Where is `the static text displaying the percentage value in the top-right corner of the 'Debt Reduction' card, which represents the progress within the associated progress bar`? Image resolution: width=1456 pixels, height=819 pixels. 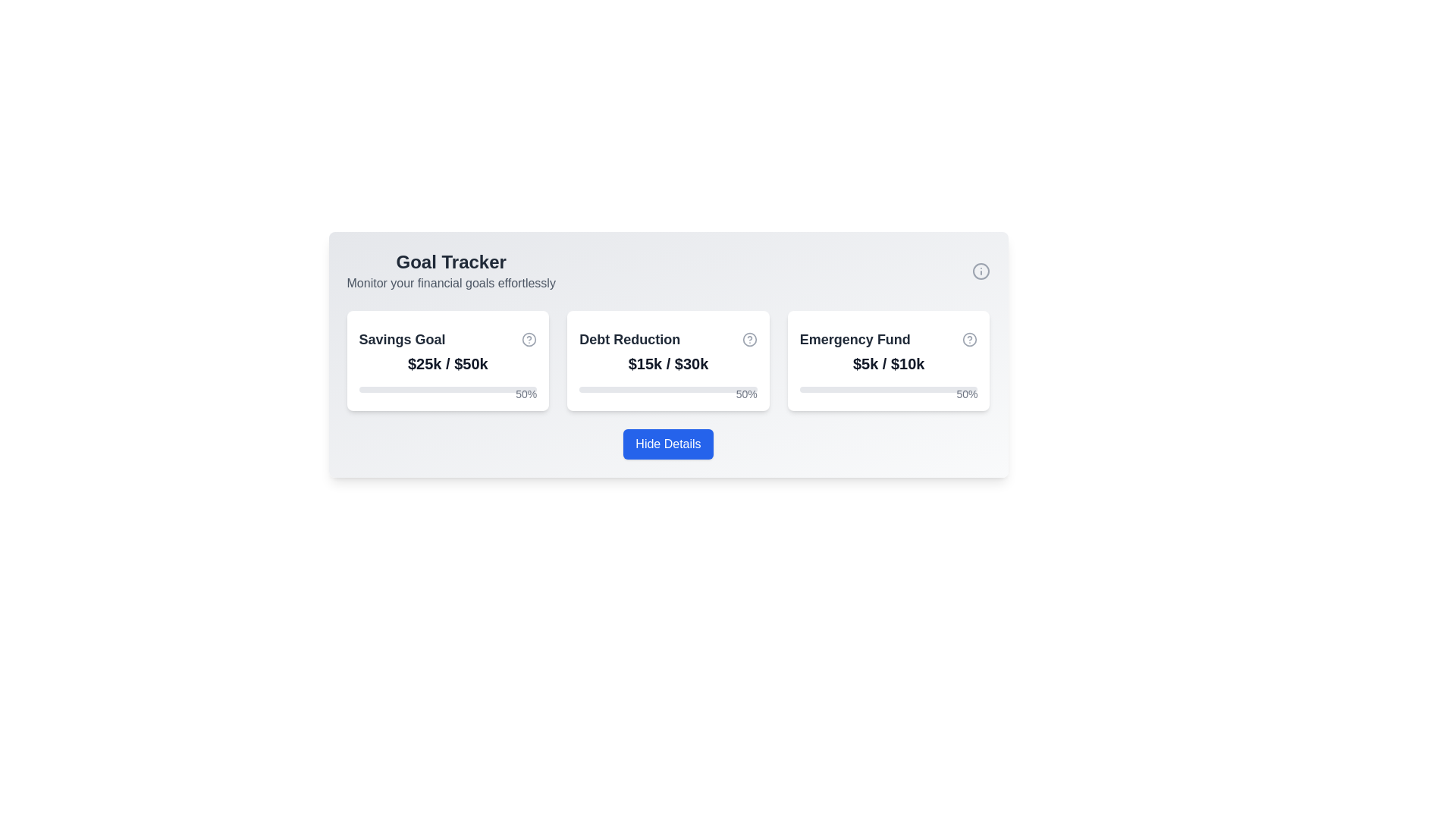
the static text displaying the percentage value in the top-right corner of the 'Debt Reduction' card, which represents the progress within the associated progress bar is located at coordinates (746, 394).